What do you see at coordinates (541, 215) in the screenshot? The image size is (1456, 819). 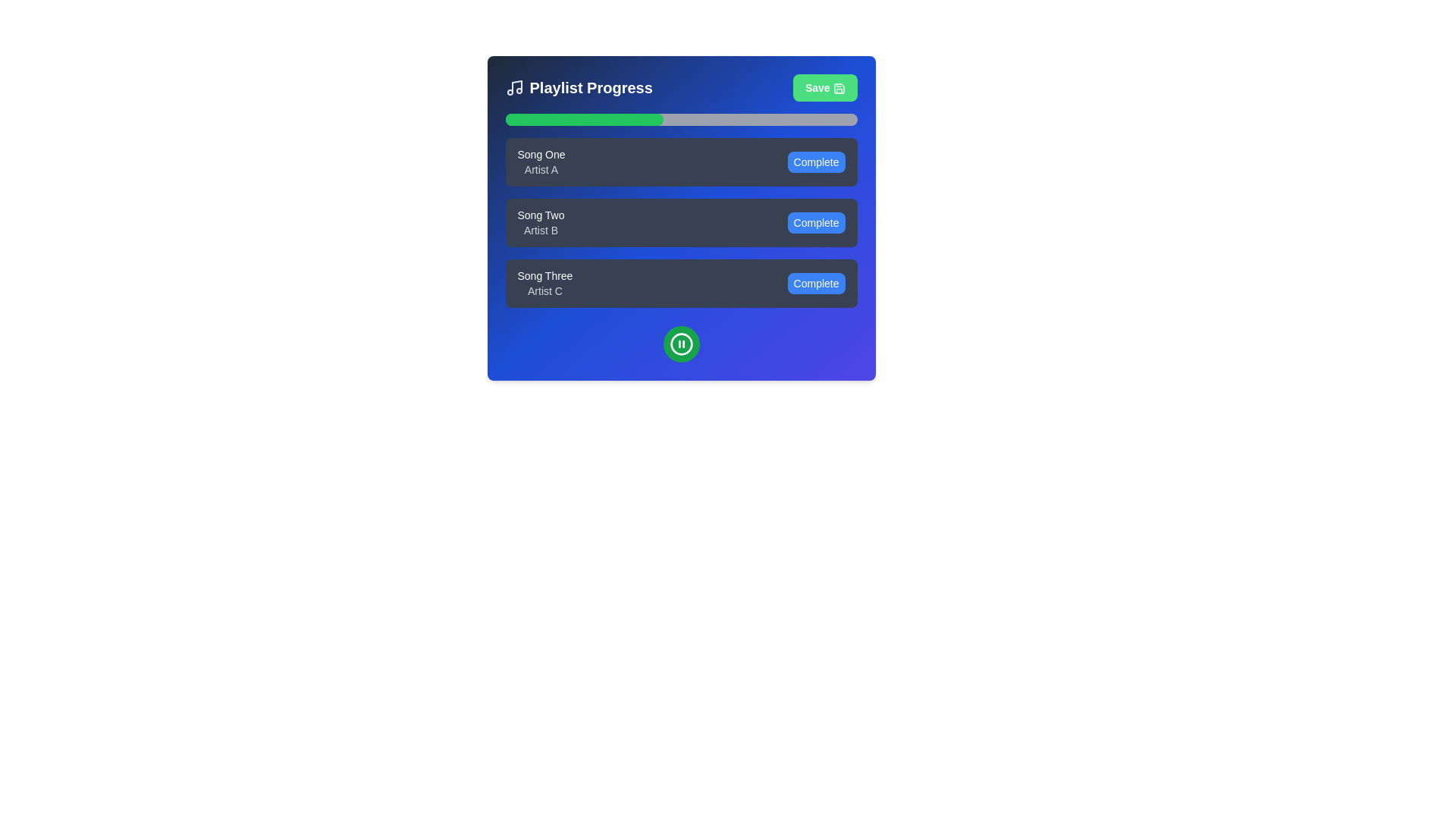 I see `the Text label for the second song entry in the playlist interface, which indicates the song title` at bounding box center [541, 215].